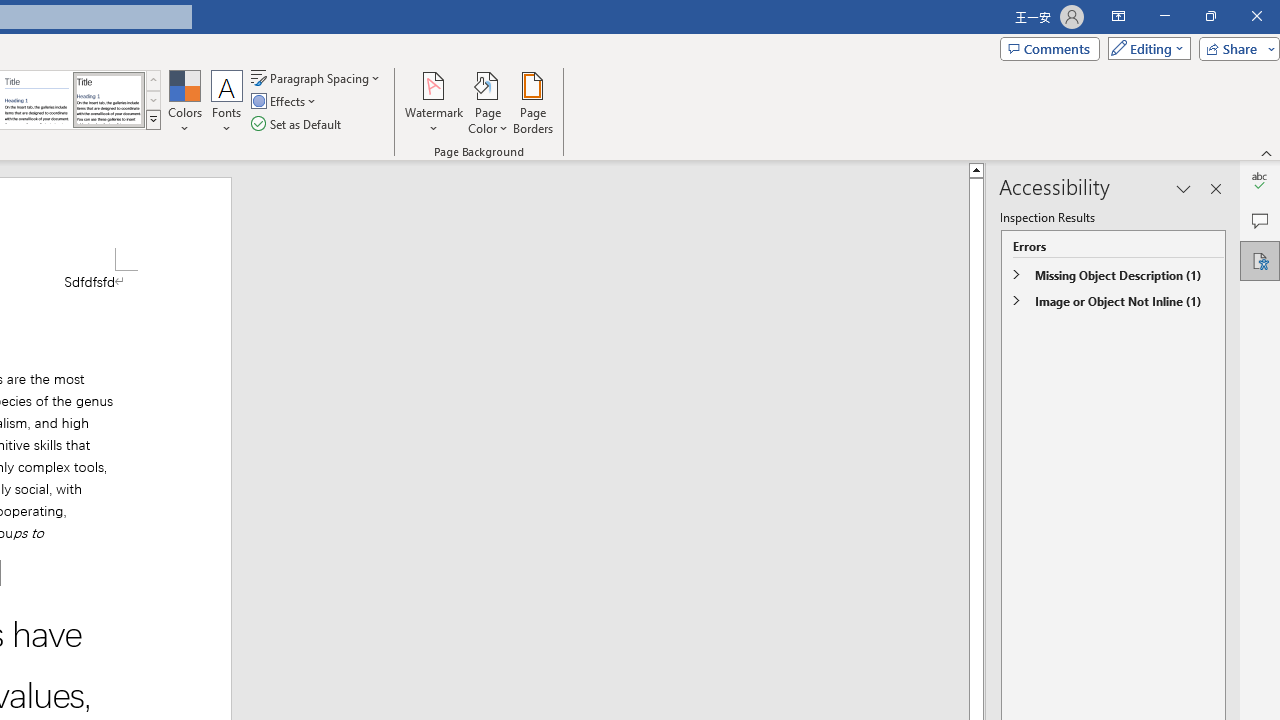  Describe the element at coordinates (433, 103) in the screenshot. I see `'Watermark'` at that location.